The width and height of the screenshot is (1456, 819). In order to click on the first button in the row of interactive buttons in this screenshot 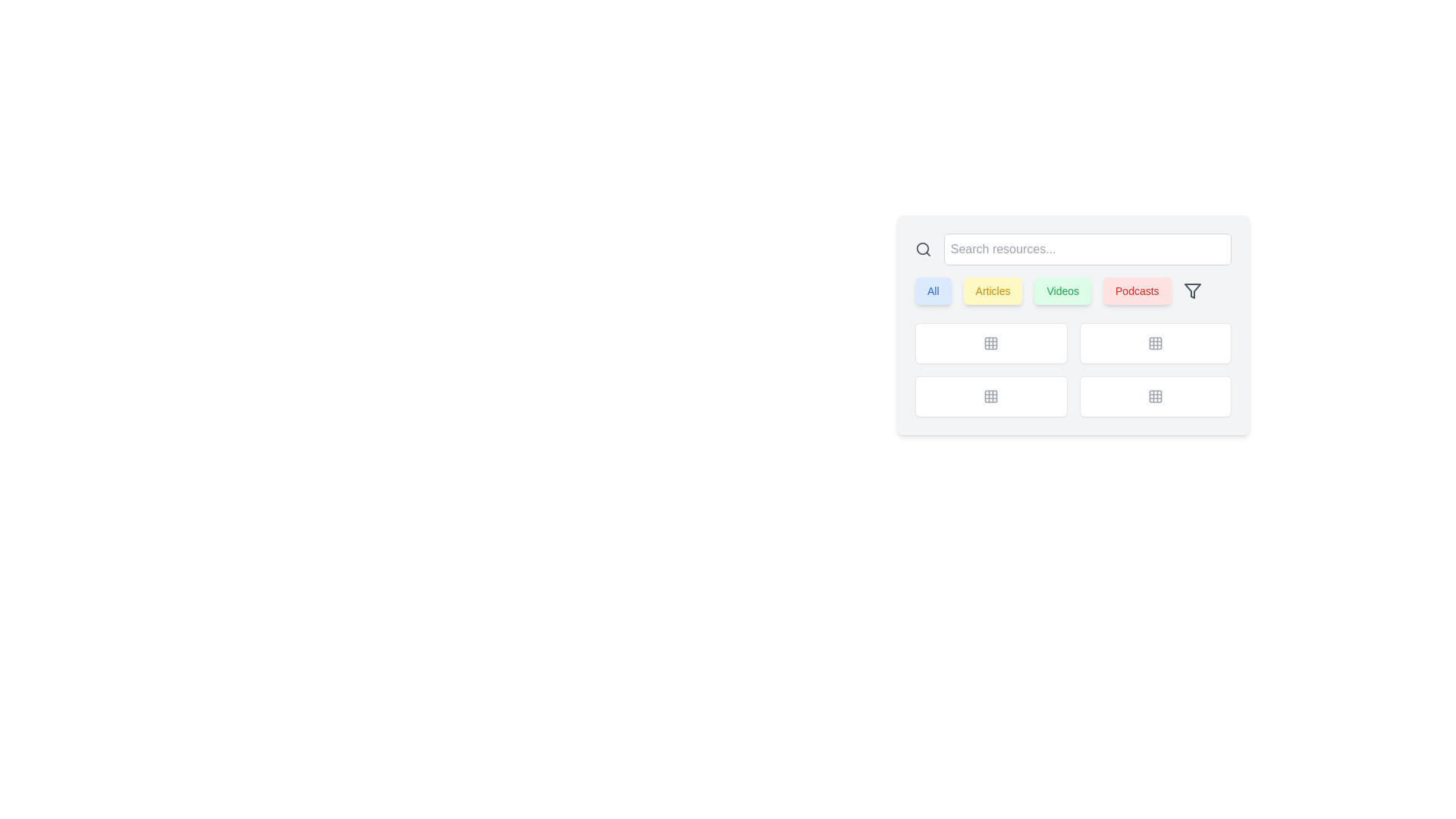, I will do `click(932, 291)`.